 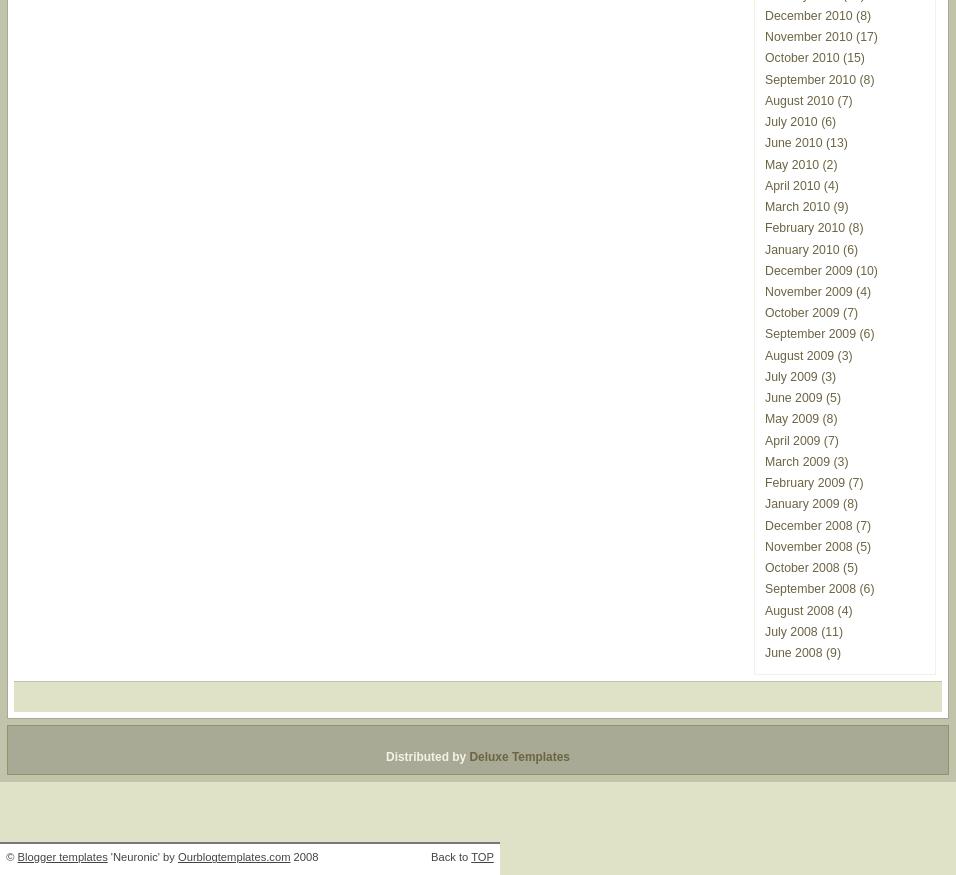 I want to click on 'Blogger templates', so click(x=61, y=856).